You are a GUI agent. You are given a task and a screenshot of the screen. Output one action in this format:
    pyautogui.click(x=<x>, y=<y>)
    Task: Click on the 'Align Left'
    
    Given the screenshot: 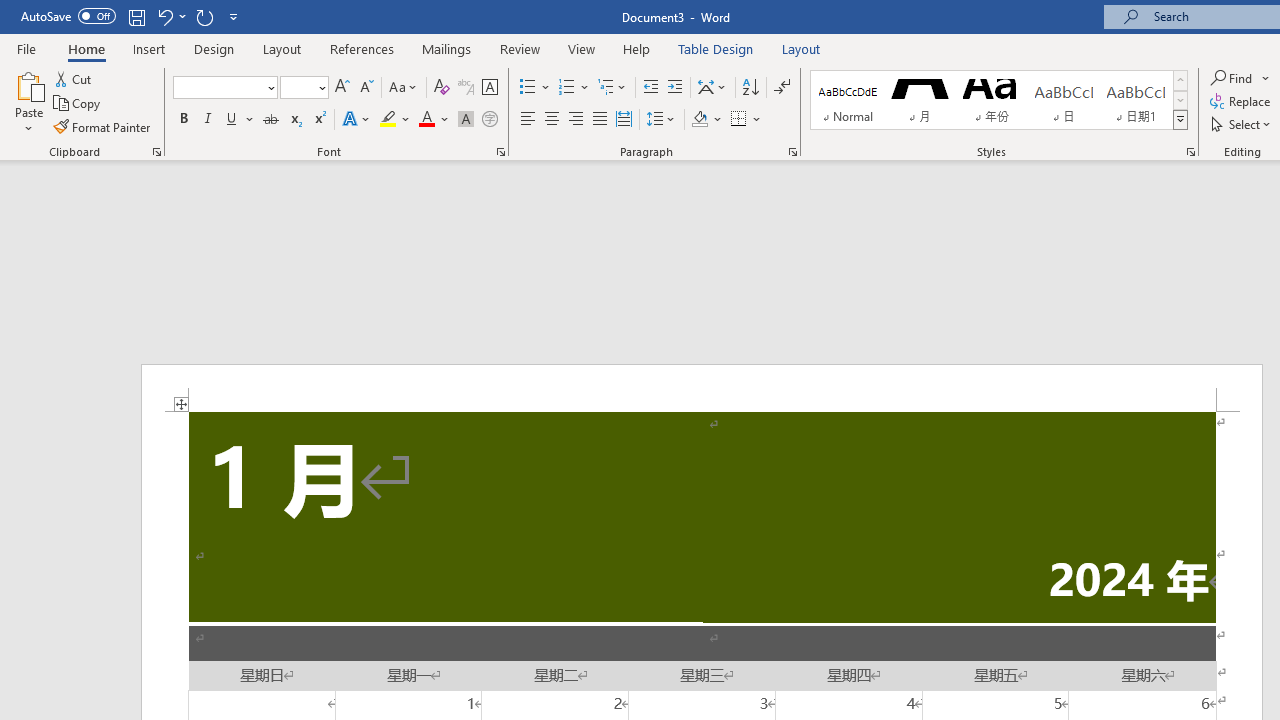 What is the action you would take?
    pyautogui.click(x=528, y=119)
    